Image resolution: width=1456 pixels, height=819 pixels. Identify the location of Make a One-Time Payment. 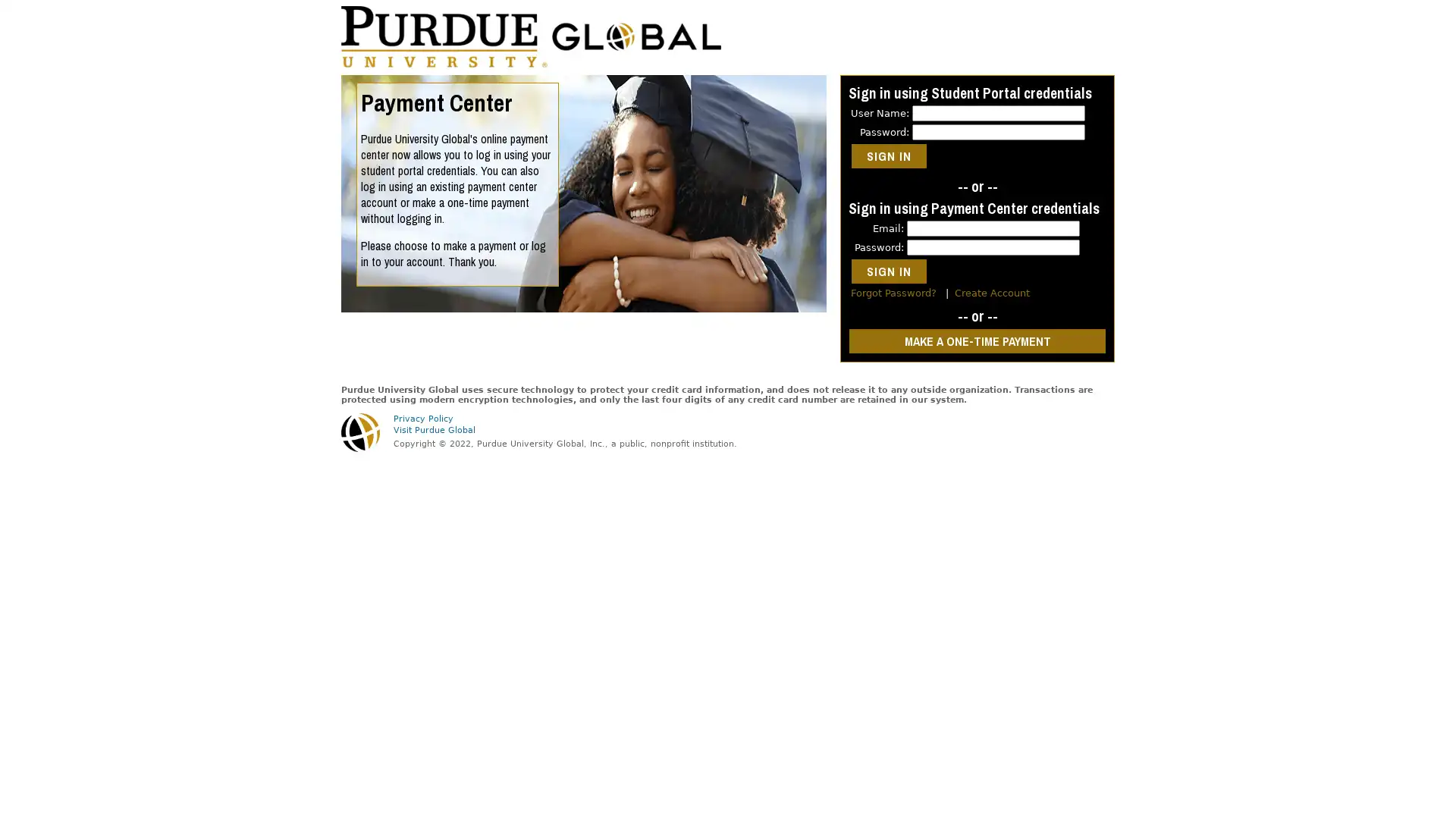
(977, 341).